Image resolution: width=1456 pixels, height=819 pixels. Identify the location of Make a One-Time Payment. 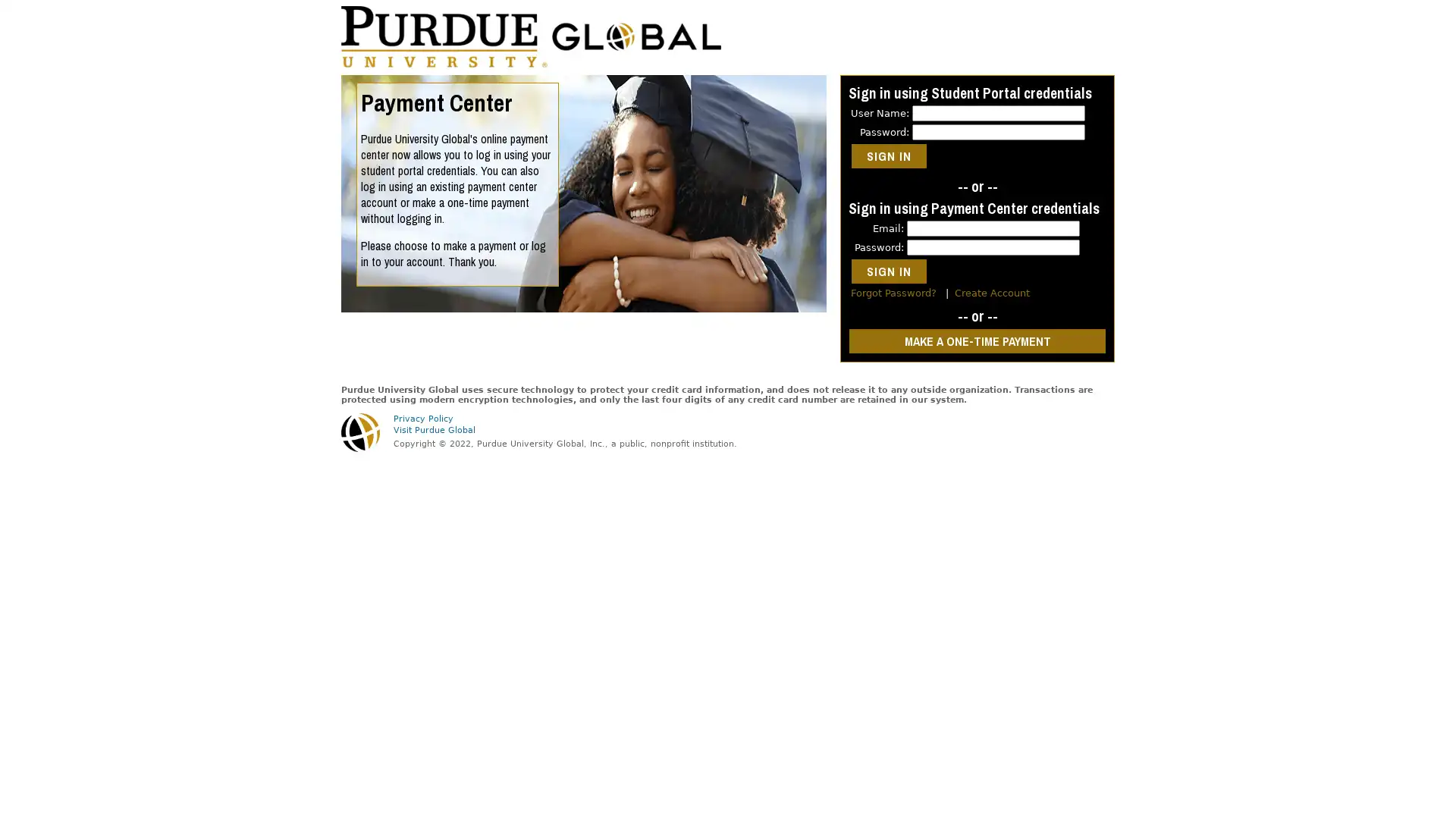
(977, 341).